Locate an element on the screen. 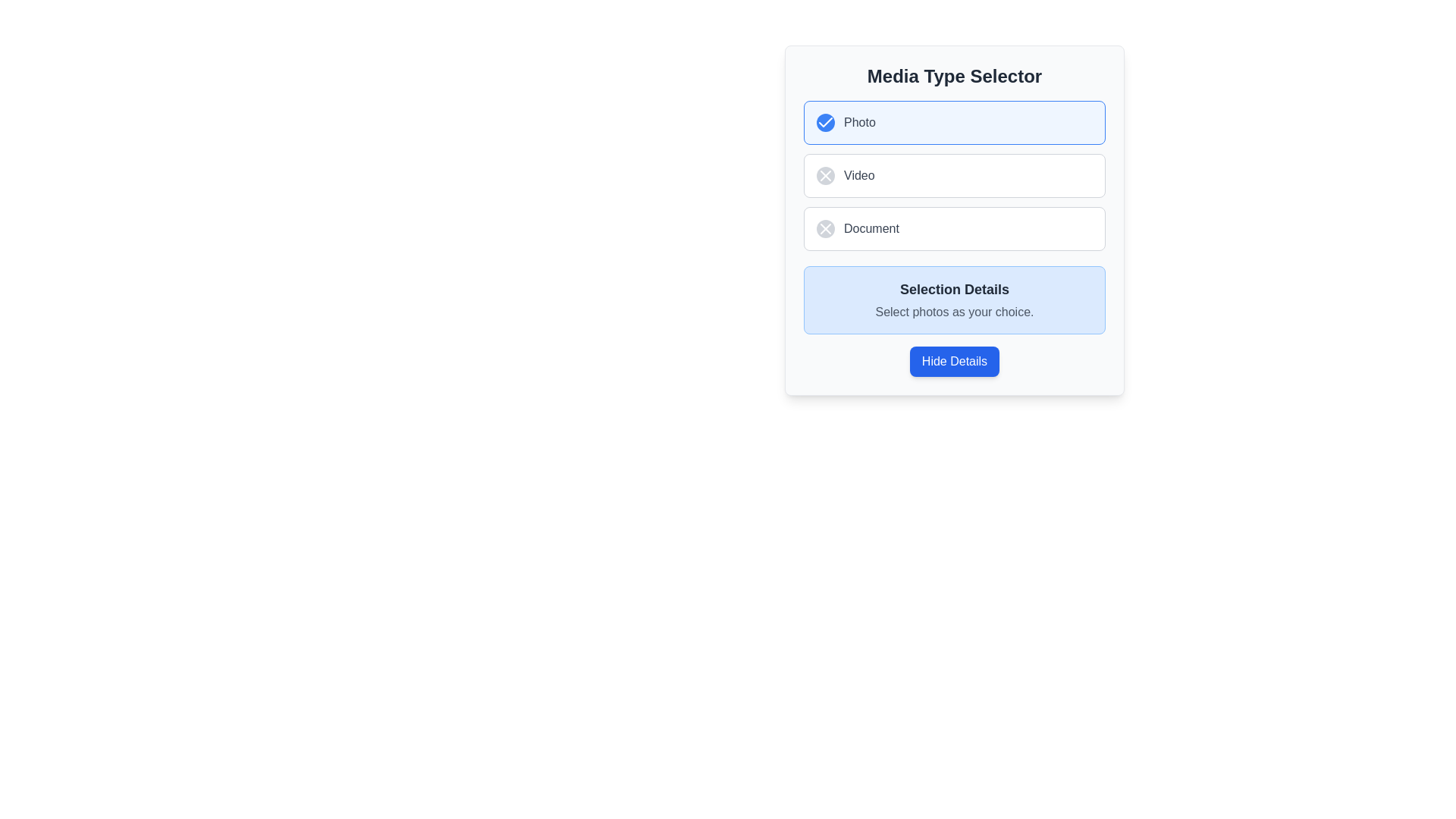 Image resolution: width=1456 pixels, height=819 pixels. the 'Photo' text label, which is styled with a medium font and gray coloring, located at the top of the 'Media Type Selector' panel is located at coordinates (859, 122).